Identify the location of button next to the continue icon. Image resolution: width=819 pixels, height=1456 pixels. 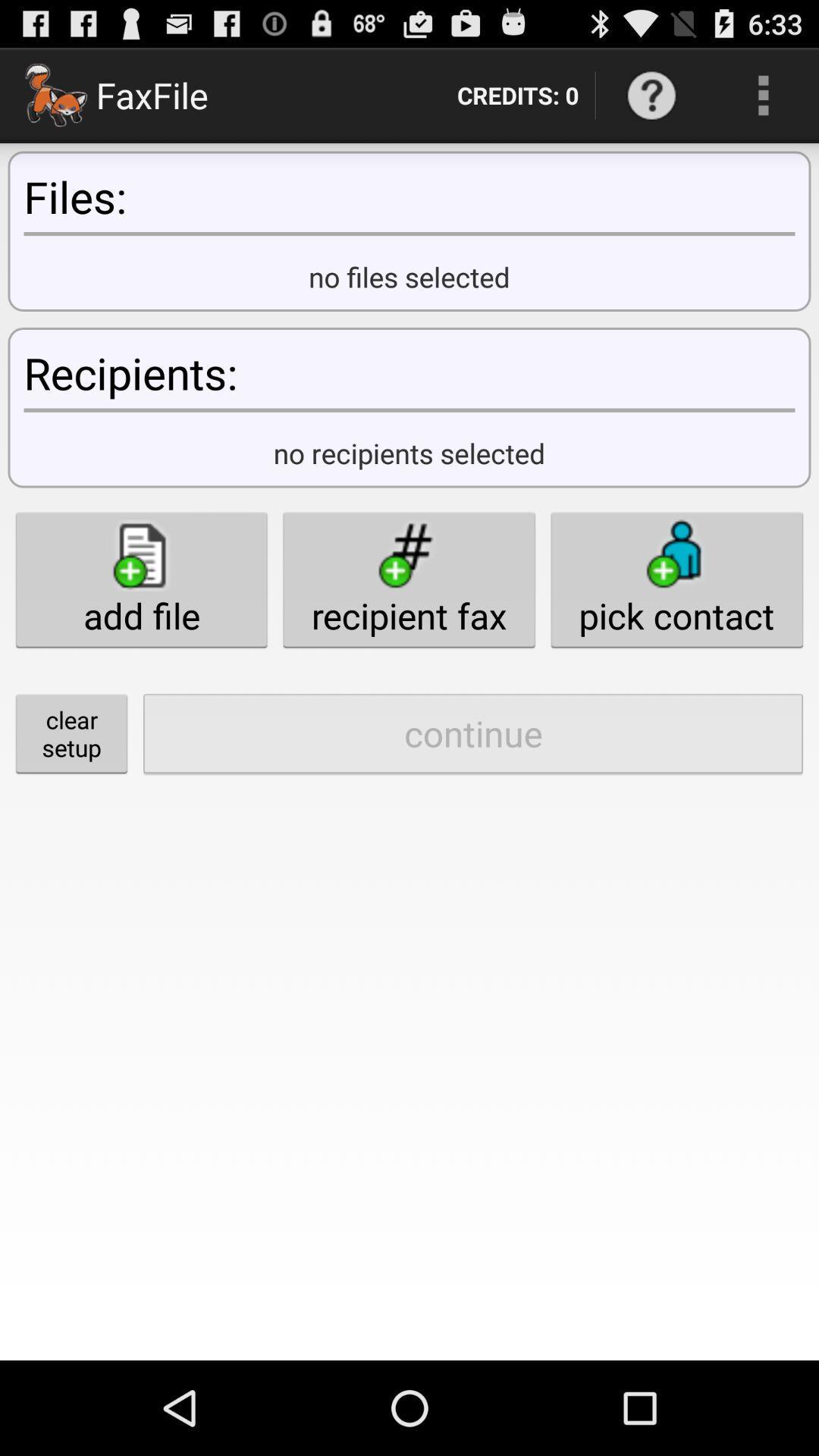
(71, 733).